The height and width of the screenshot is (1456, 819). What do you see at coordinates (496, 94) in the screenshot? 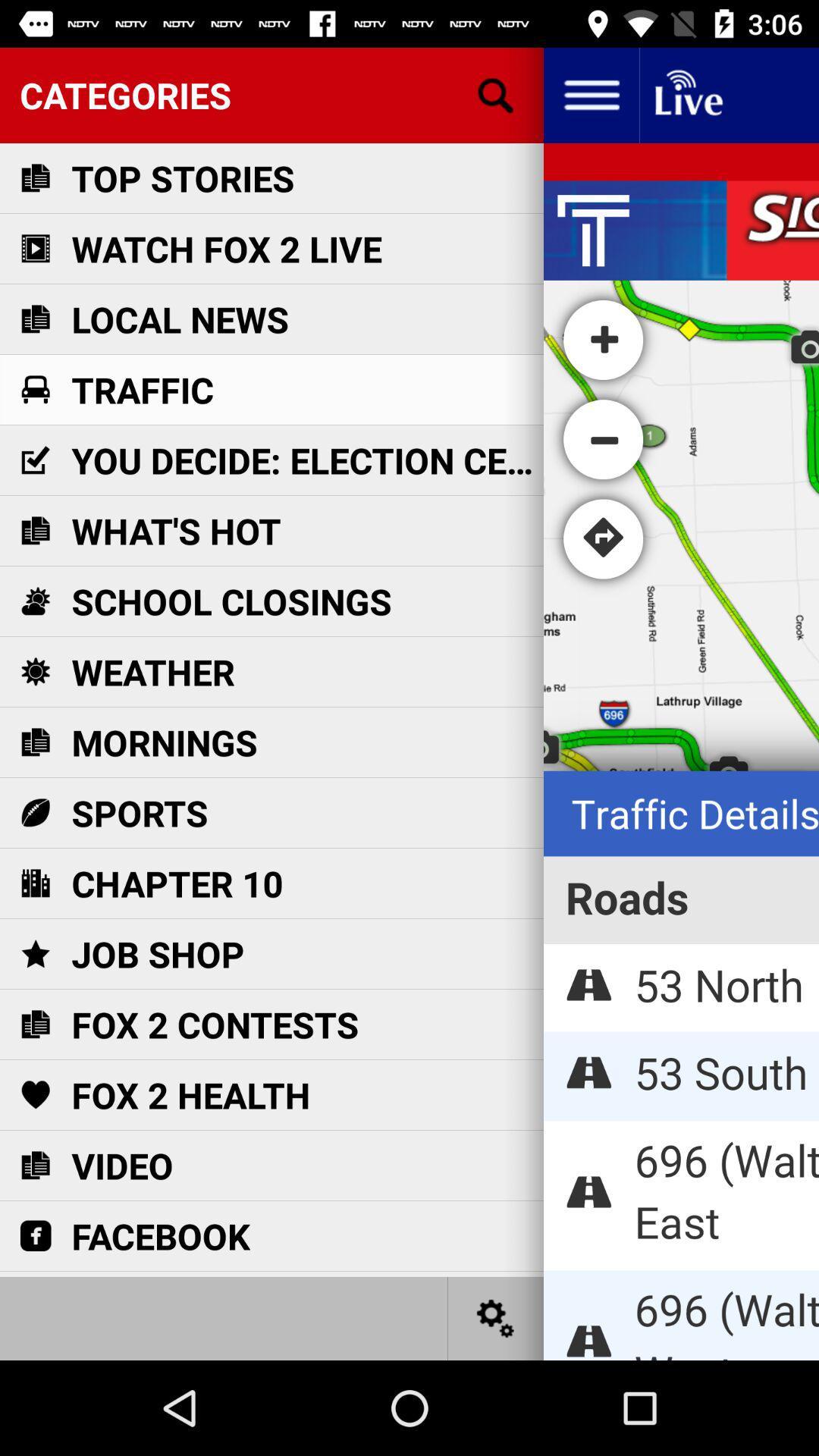
I see `the search icon` at bounding box center [496, 94].